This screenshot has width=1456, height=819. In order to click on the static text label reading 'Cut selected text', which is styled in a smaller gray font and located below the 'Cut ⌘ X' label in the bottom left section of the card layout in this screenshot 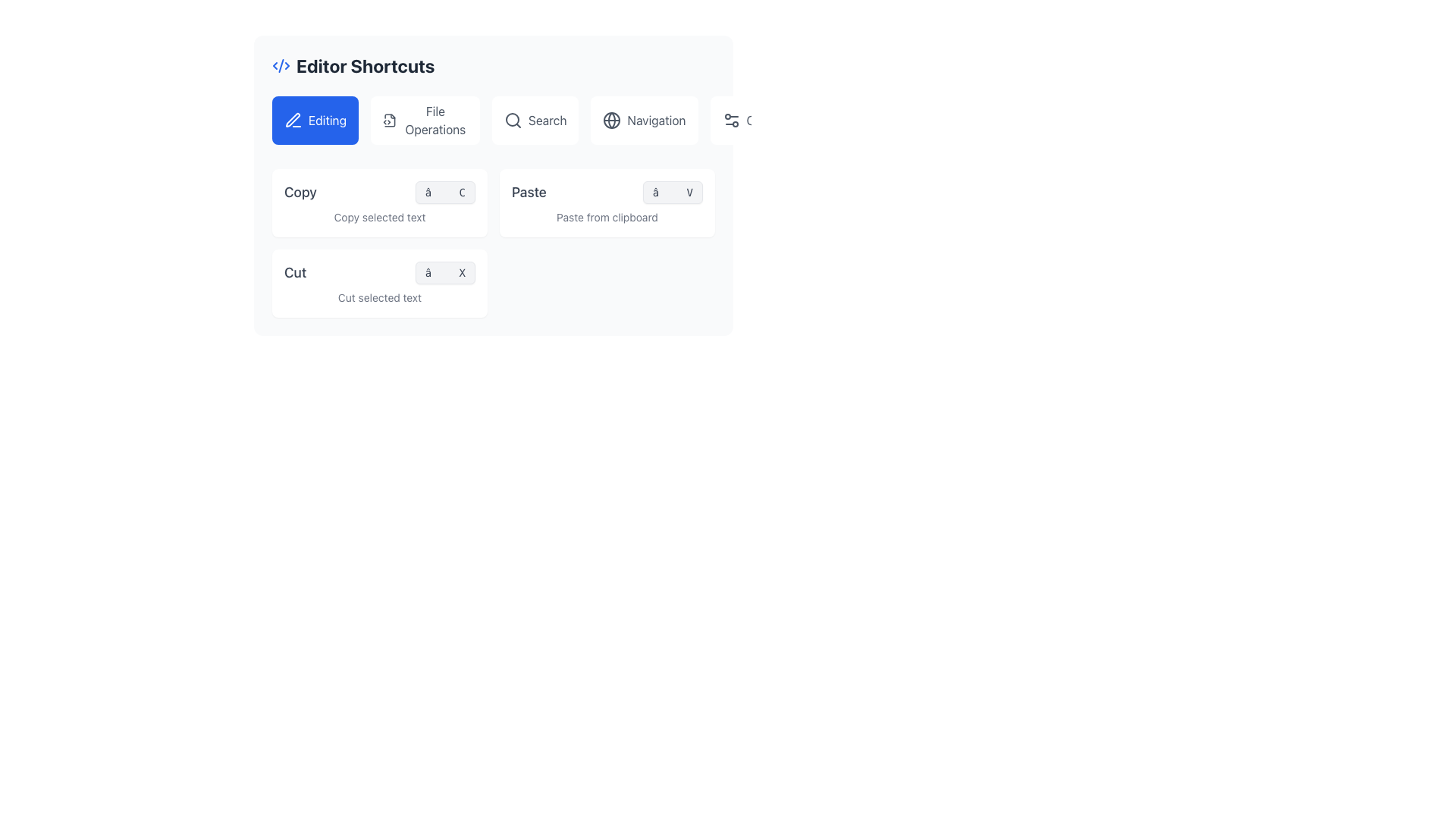, I will do `click(379, 298)`.